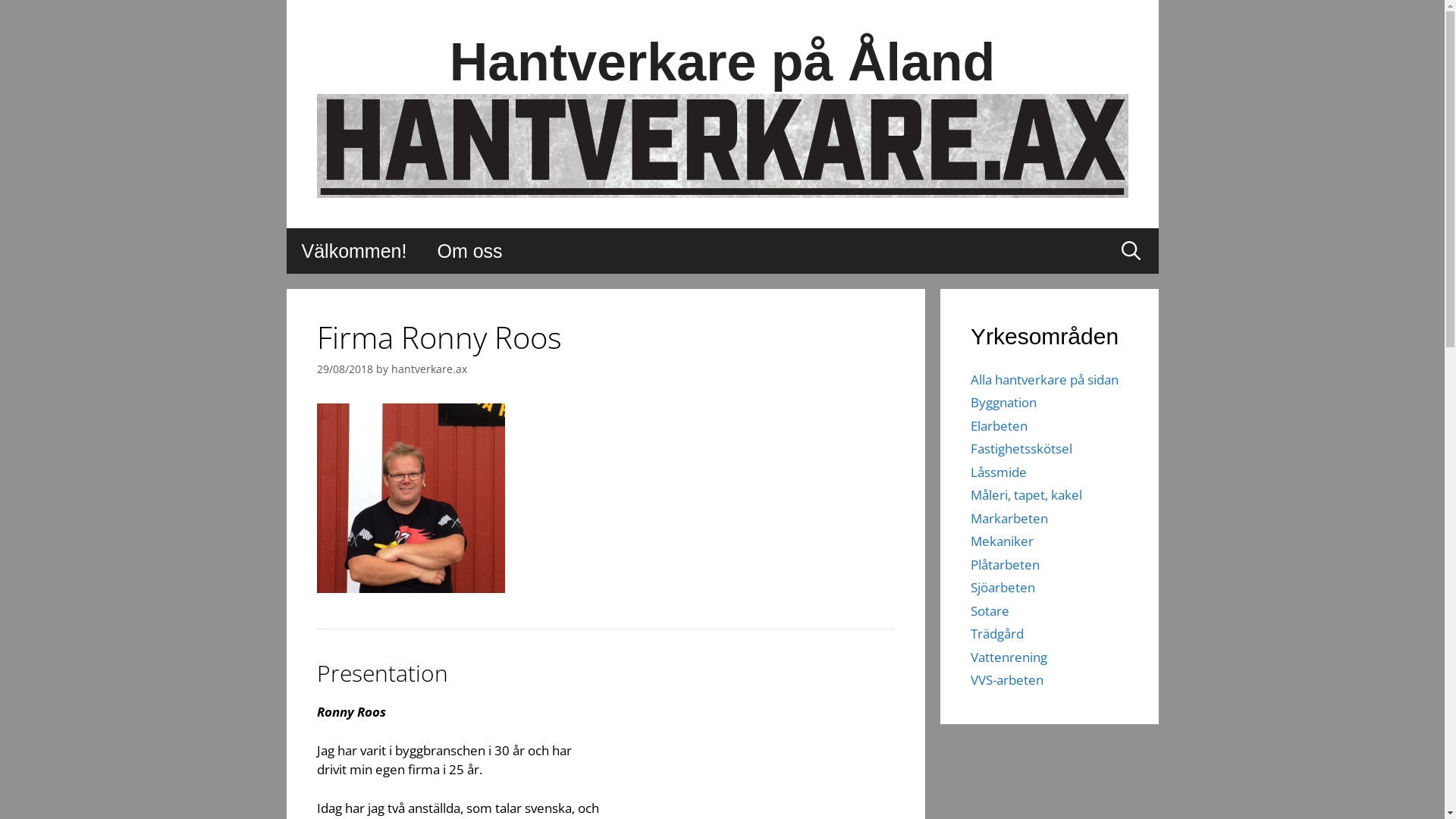 This screenshot has width=1456, height=819. I want to click on 'Vattenrening', so click(1009, 656).